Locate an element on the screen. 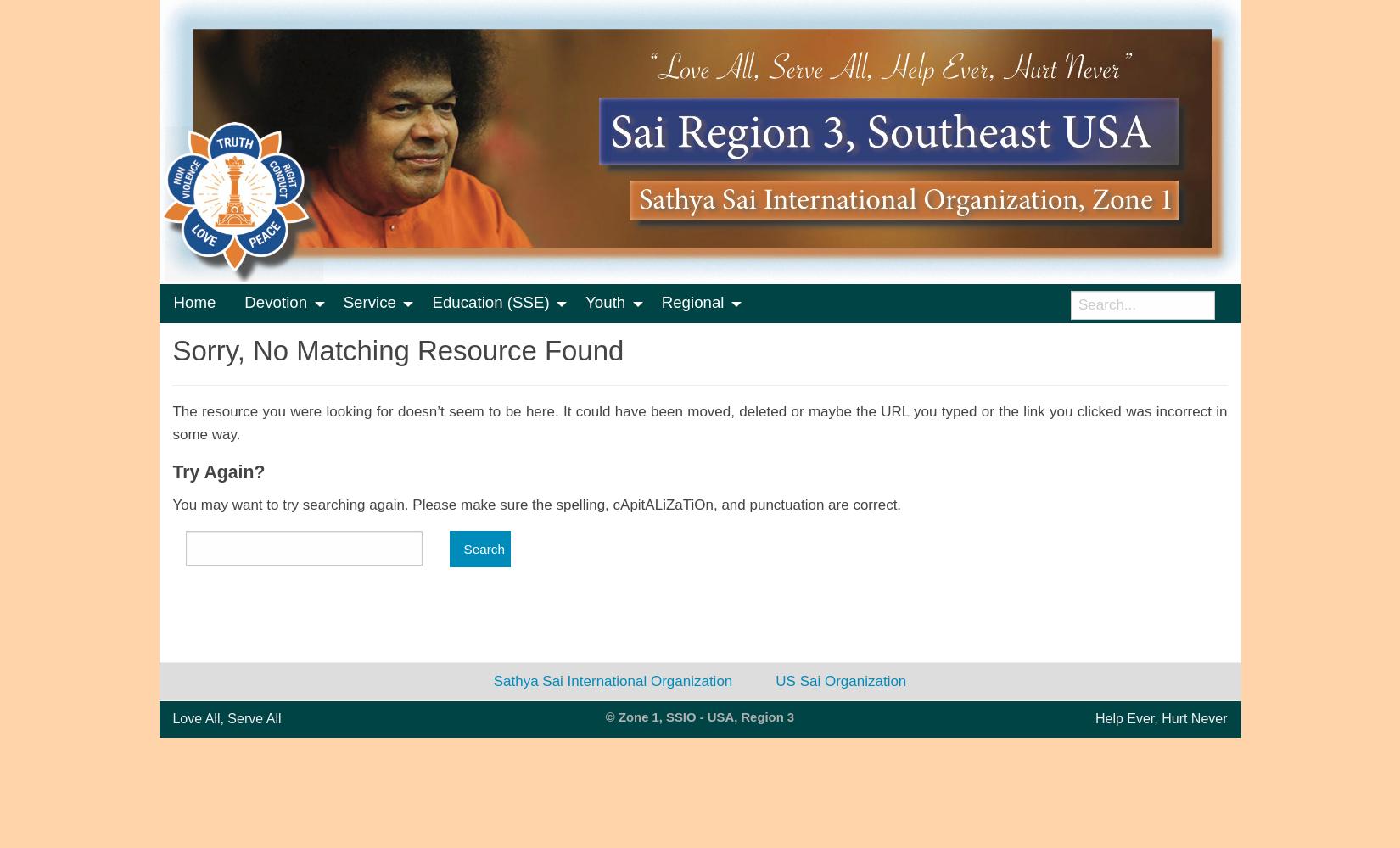 This screenshot has width=1400, height=848. 'US Sai Organization' is located at coordinates (775, 680).